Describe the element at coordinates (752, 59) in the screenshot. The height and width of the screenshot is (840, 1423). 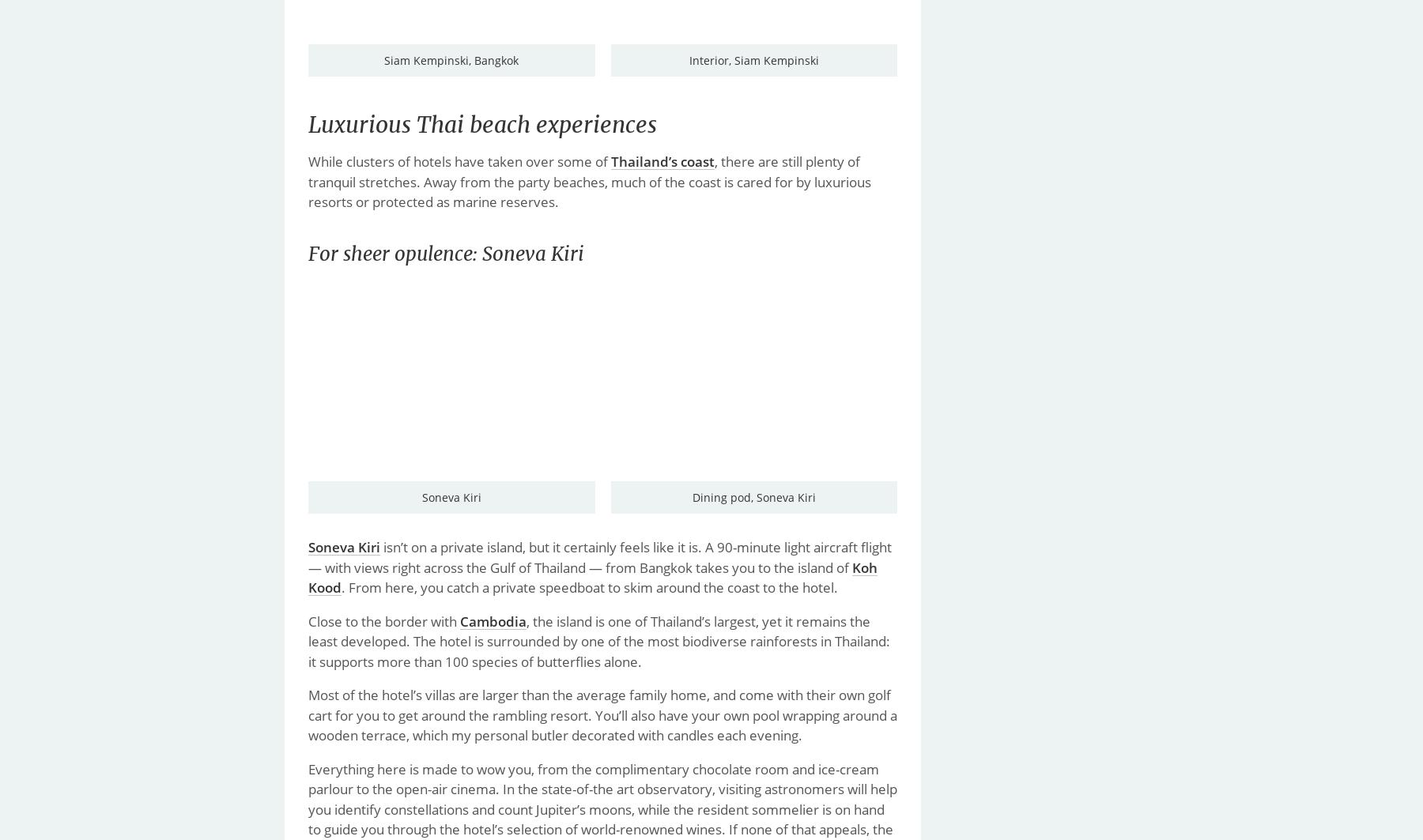
I see `'Interior, Siam Kempinski'` at that location.